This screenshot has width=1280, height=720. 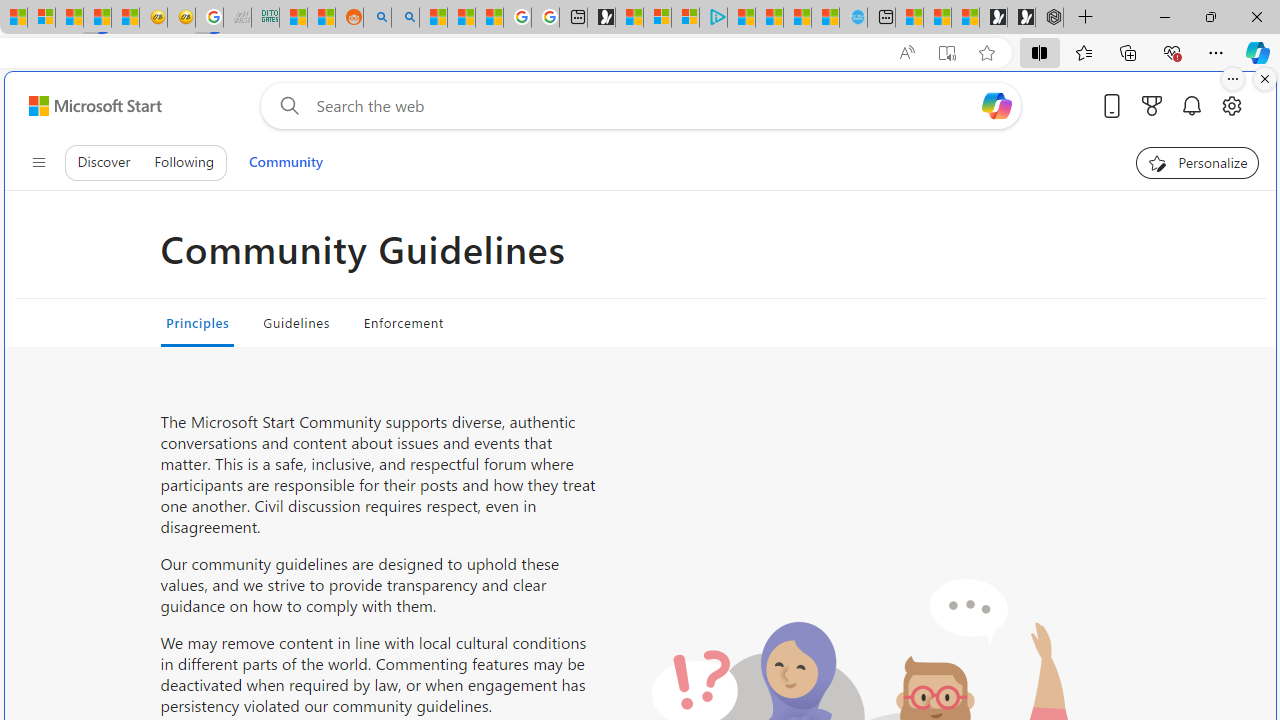 What do you see at coordinates (38, 162) in the screenshot?
I see `'Class: control icon-only'` at bounding box center [38, 162].